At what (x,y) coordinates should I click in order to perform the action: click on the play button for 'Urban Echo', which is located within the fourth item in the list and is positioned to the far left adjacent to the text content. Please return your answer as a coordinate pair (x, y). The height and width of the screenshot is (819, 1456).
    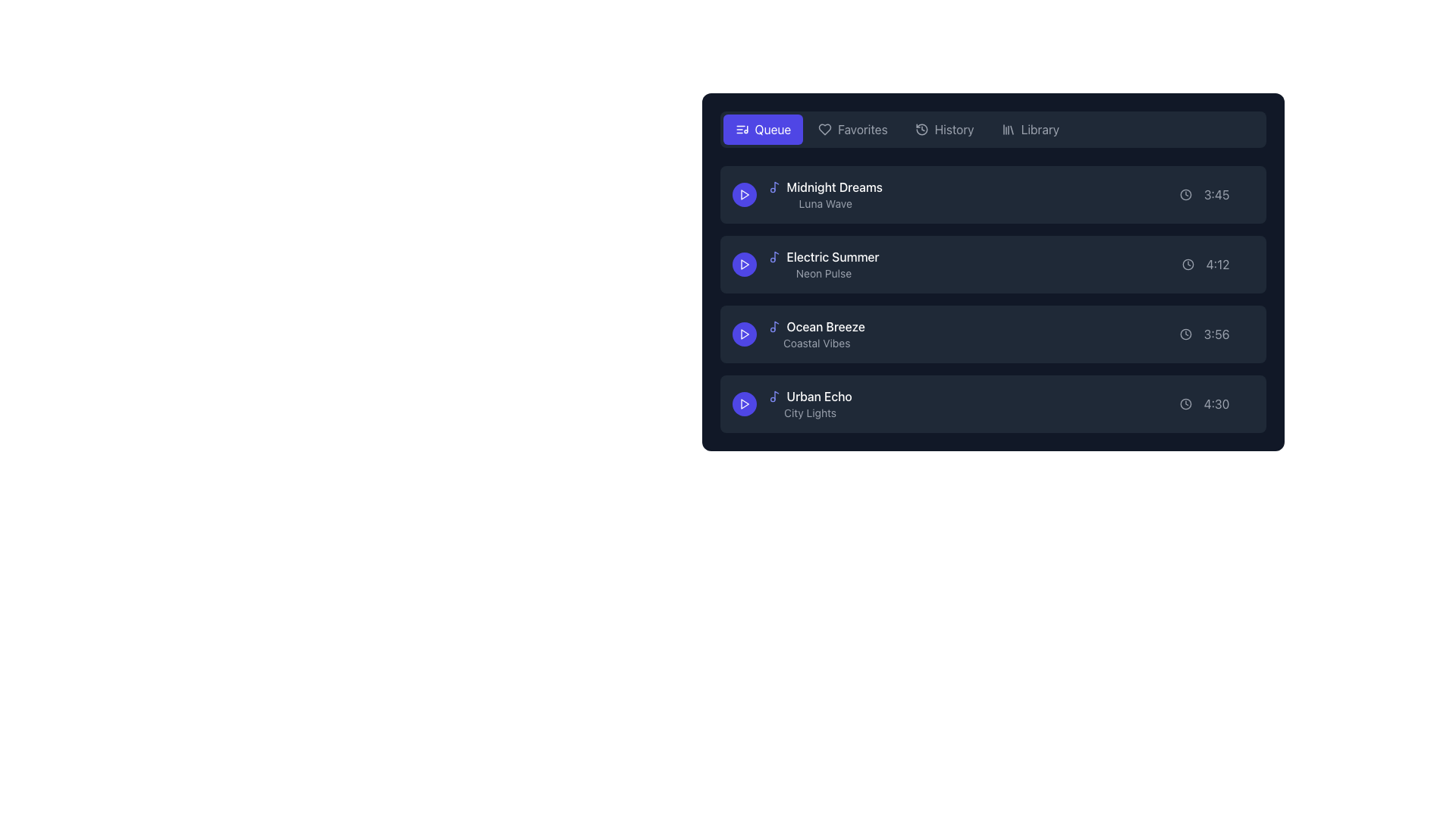
    Looking at the image, I should click on (744, 403).